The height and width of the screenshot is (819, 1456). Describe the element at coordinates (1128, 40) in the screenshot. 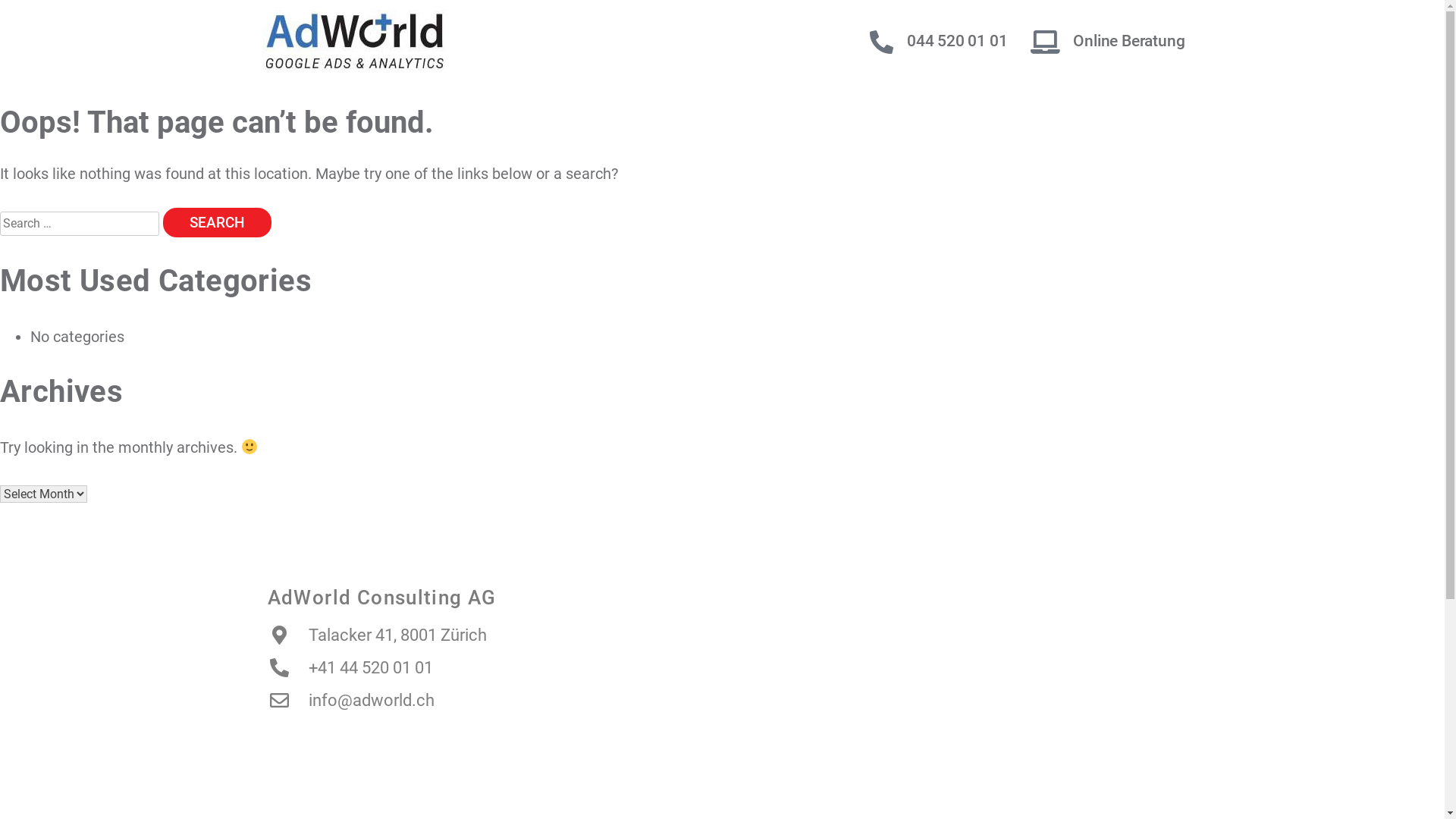

I see `'Online Beratung'` at that location.